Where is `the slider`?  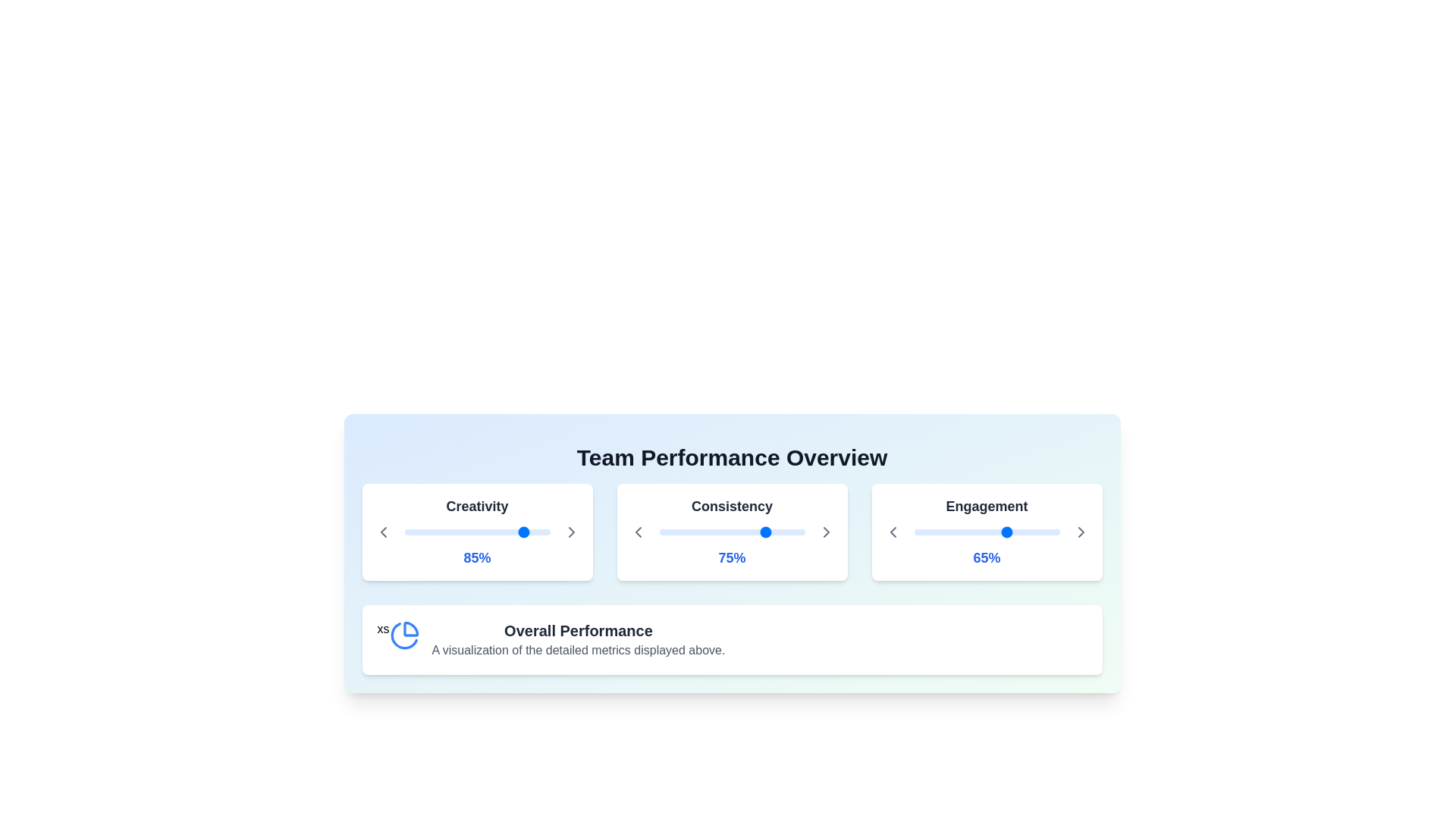
the slider is located at coordinates (531, 532).